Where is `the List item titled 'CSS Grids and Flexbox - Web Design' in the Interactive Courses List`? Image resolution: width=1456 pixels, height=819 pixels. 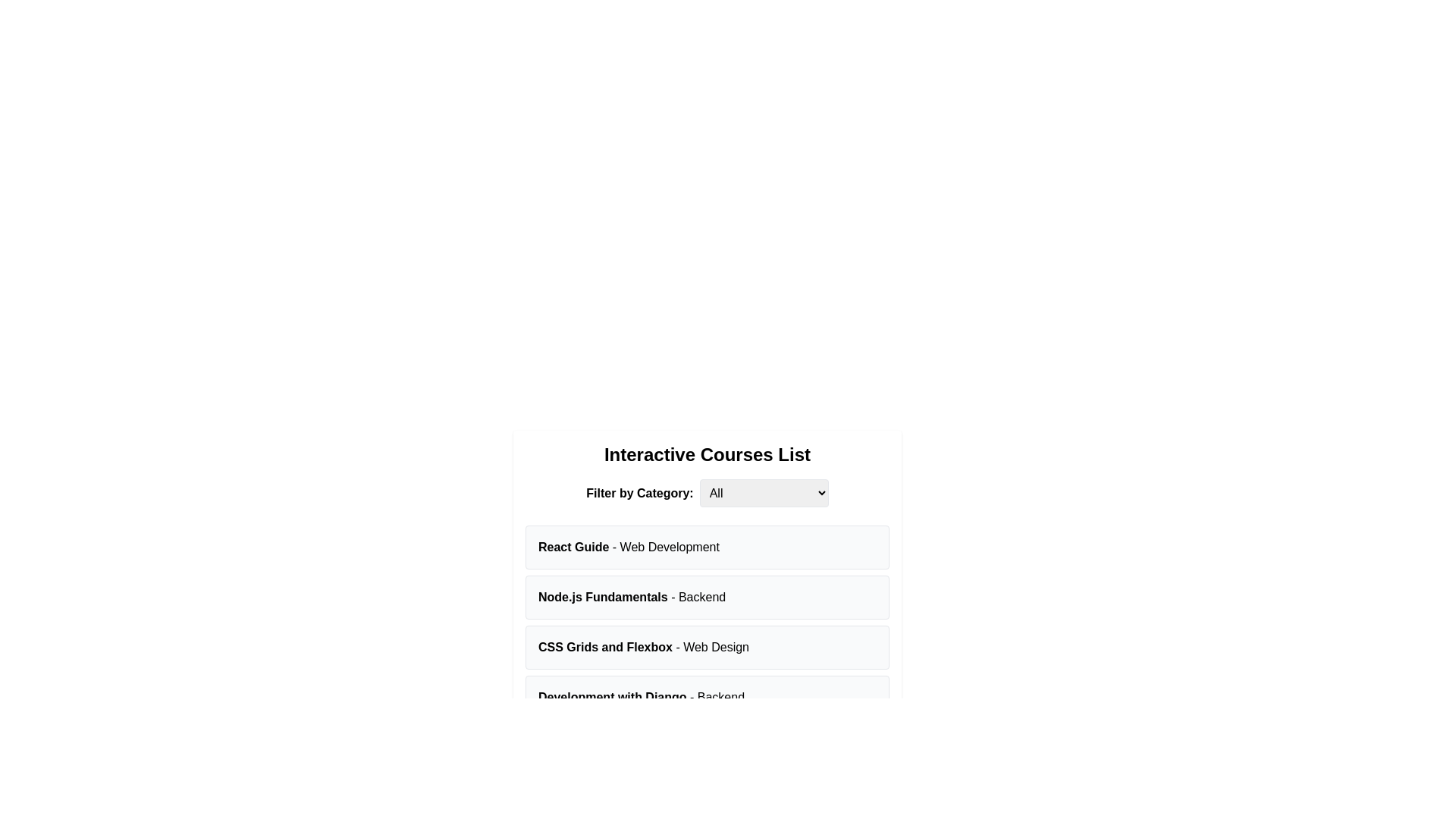 the List item titled 'CSS Grids and Flexbox - Web Design' in the Interactive Courses List is located at coordinates (706, 647).